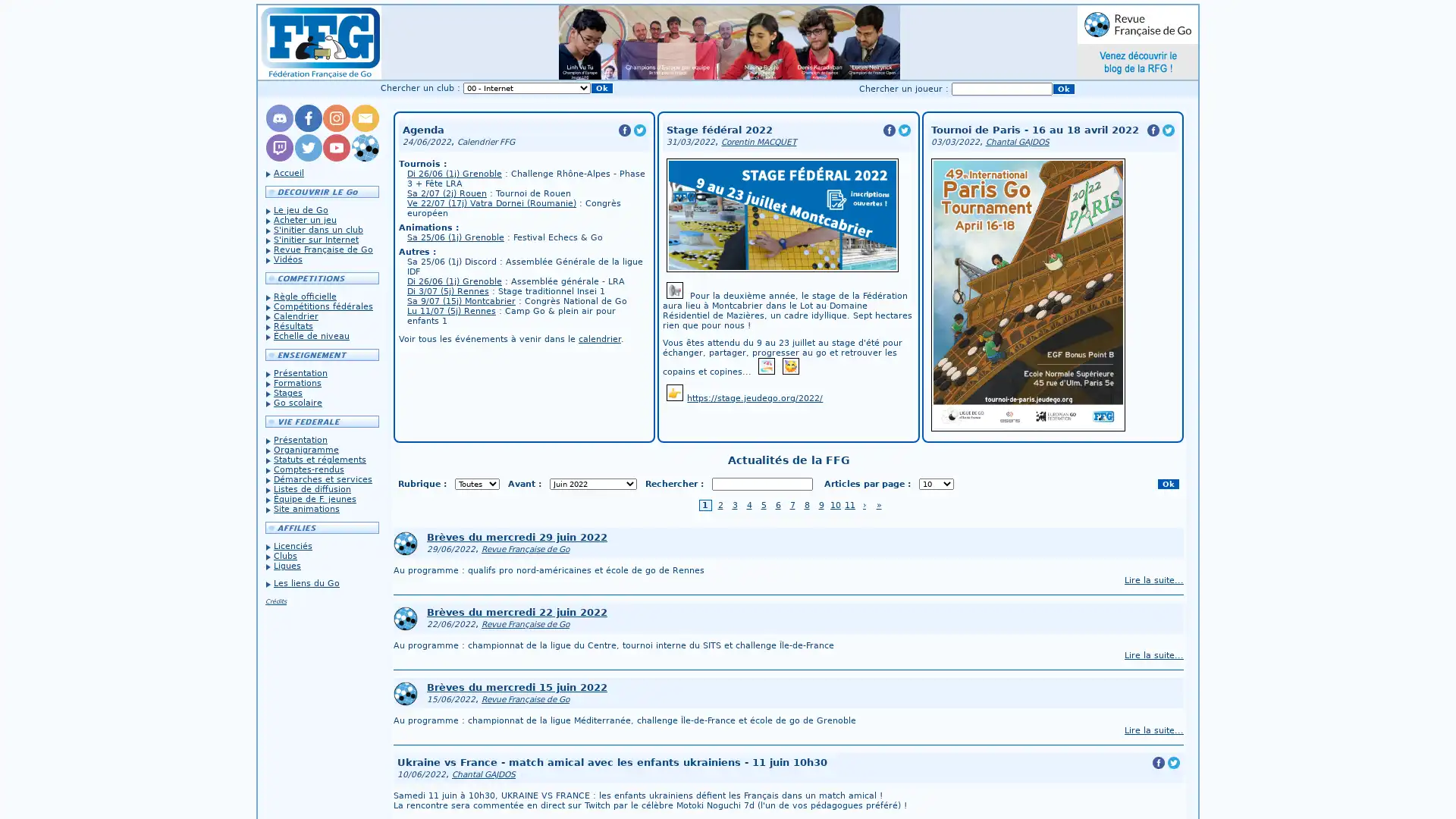 This screenshot has width=1456, height=819. I want to click on Ok, so click(1167, 484).